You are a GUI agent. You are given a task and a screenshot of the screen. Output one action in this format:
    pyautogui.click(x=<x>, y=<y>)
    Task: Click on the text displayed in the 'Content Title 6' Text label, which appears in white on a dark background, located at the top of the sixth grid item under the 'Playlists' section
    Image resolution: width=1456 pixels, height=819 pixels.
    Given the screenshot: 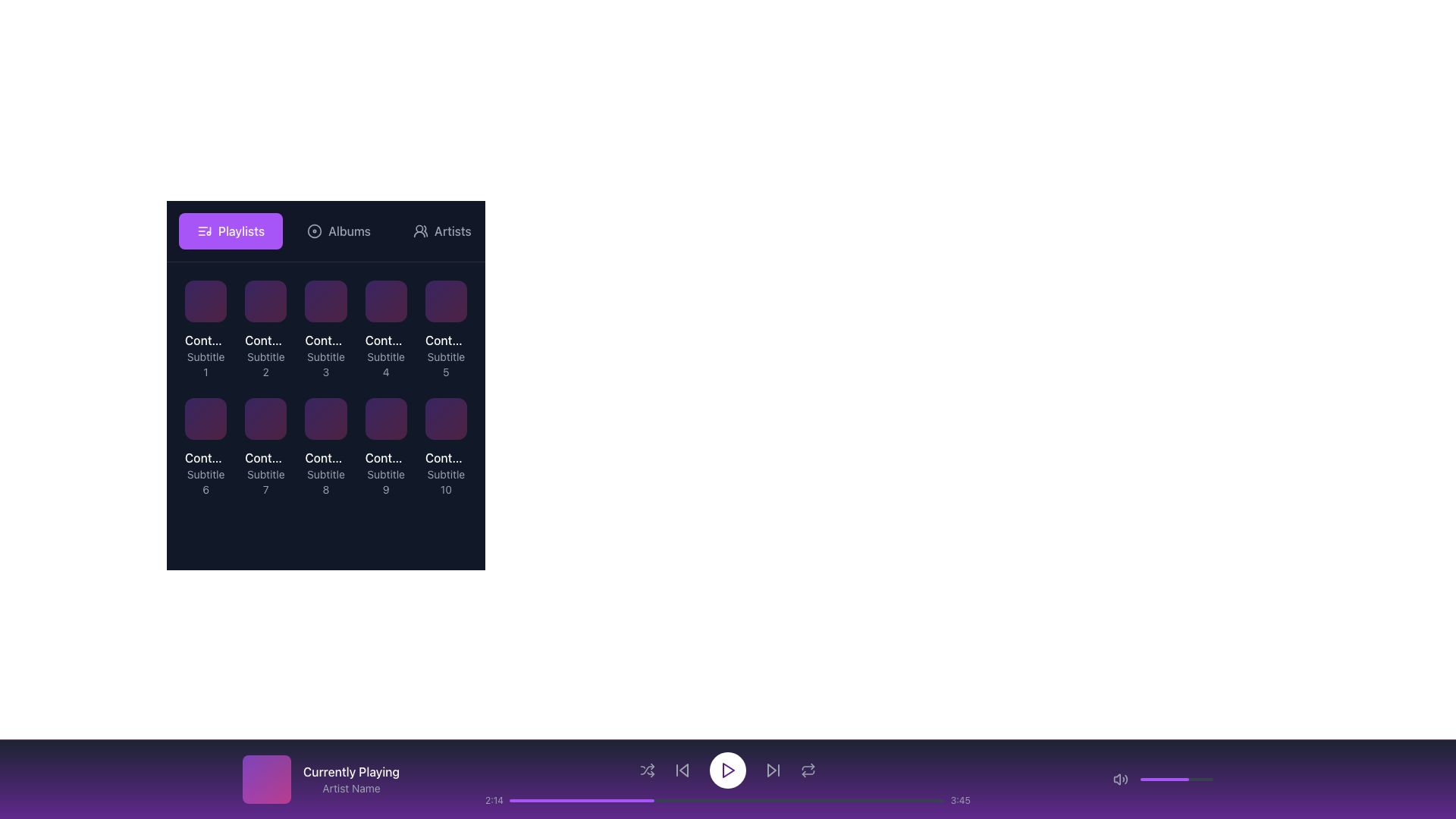 What is the action you would take?
    pyautogui.click(x=205, y=457)
    